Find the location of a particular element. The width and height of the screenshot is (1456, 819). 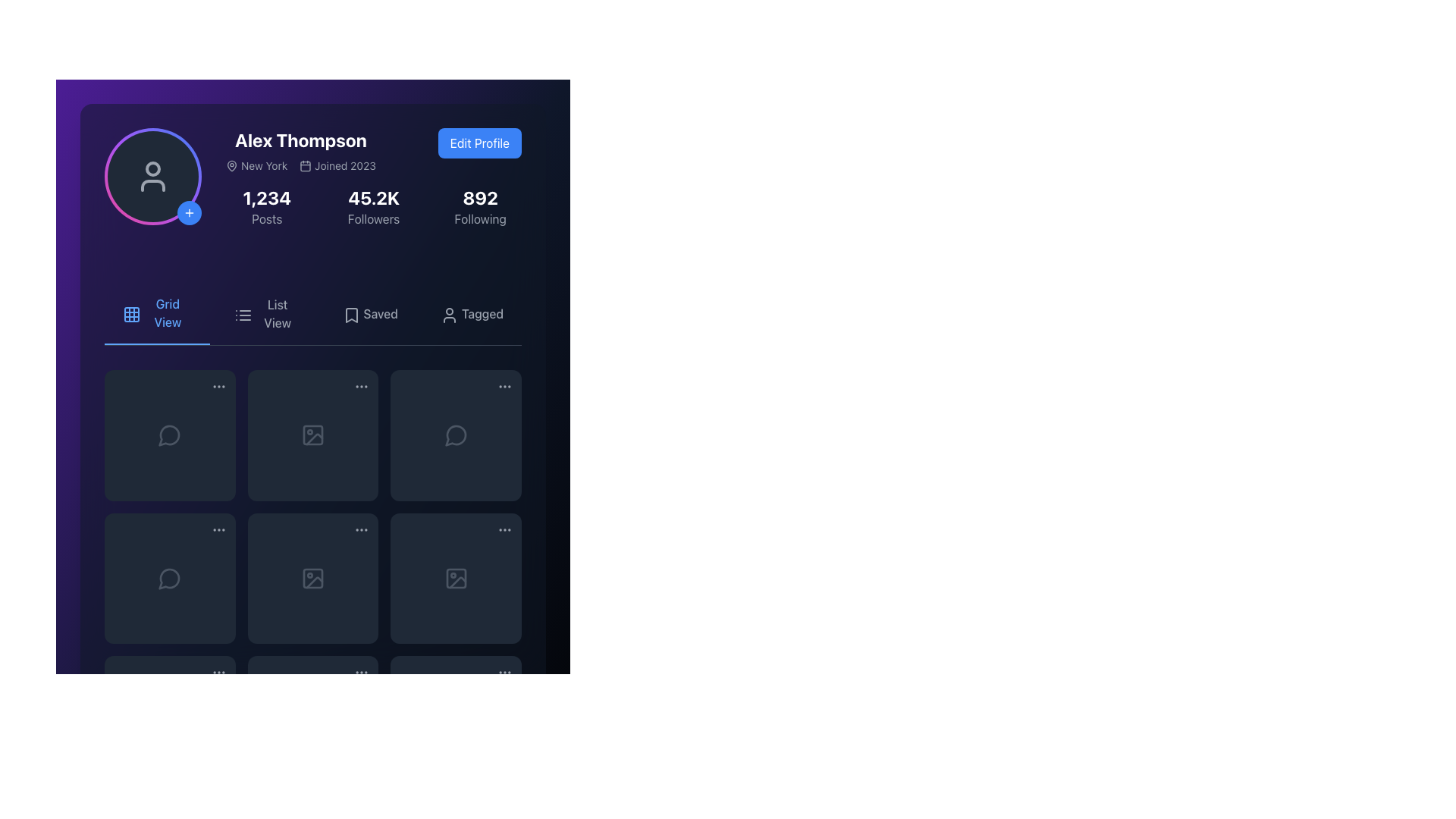

the square-shaped icon button with a dark gray background and a light gray speech bubble icon, located in the second row, first column of a 3x3 grid layout is located at coordinates (170, 579).